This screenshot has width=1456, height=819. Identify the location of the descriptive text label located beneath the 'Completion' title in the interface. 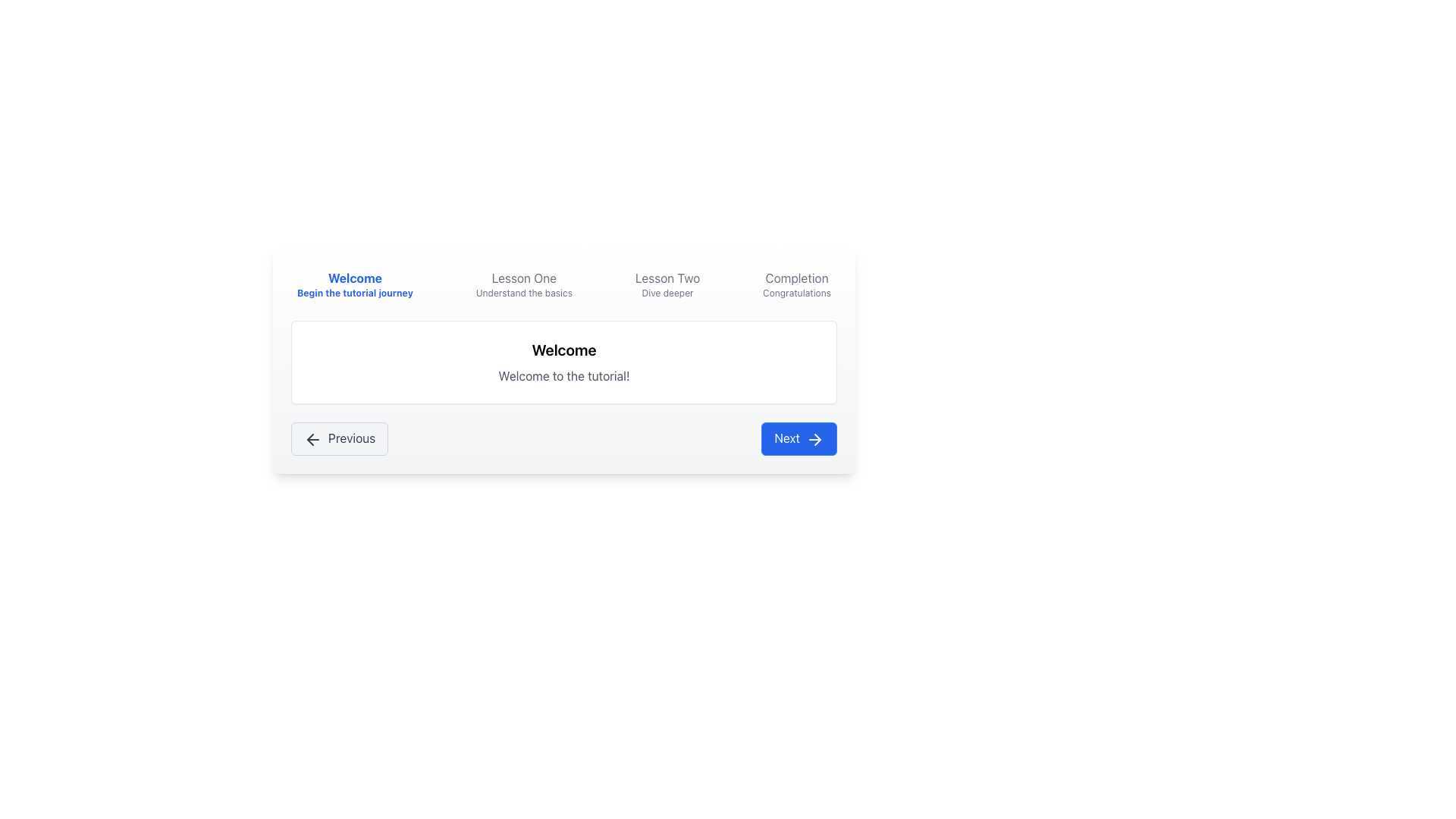
(796, 293).